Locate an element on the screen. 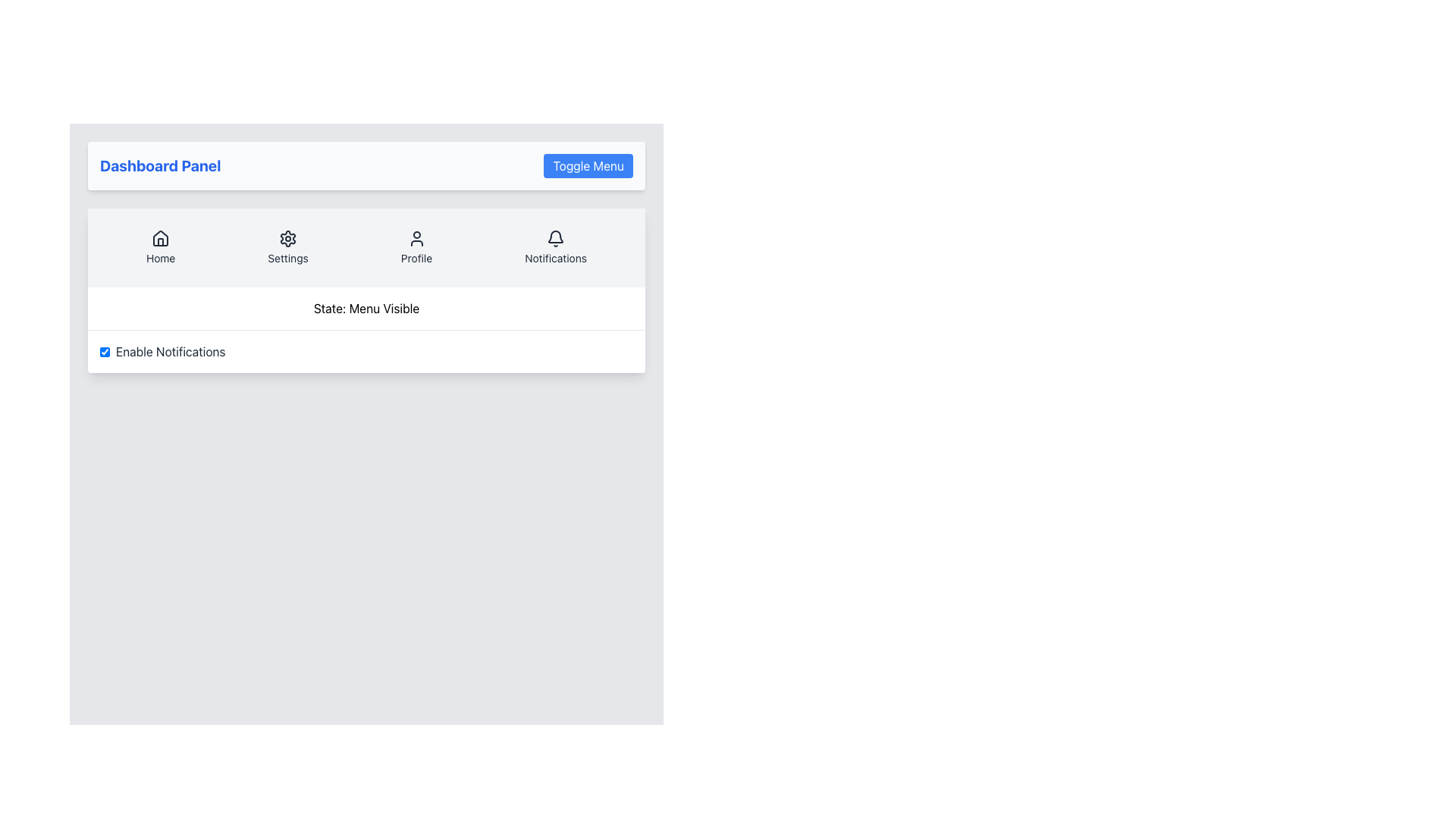 Image resolution: width=1456 pixels, height=819 pixels. the 'Settings' icon located in the second position from the left in a horizontal row of four icons at the top of the main panel is located at coordinates (288, 239).